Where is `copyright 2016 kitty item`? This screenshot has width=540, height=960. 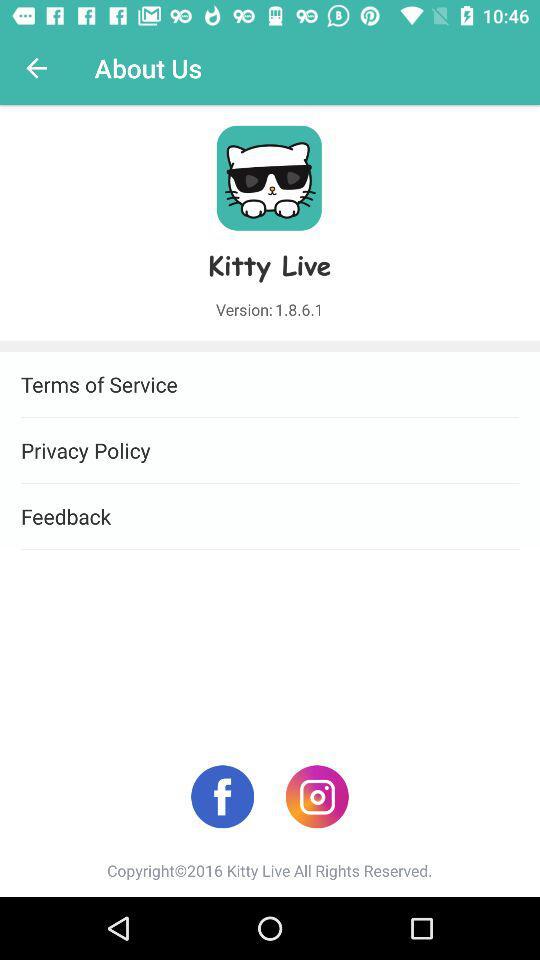 copyright 2016 kitty item is located at coordinates (269, 869).